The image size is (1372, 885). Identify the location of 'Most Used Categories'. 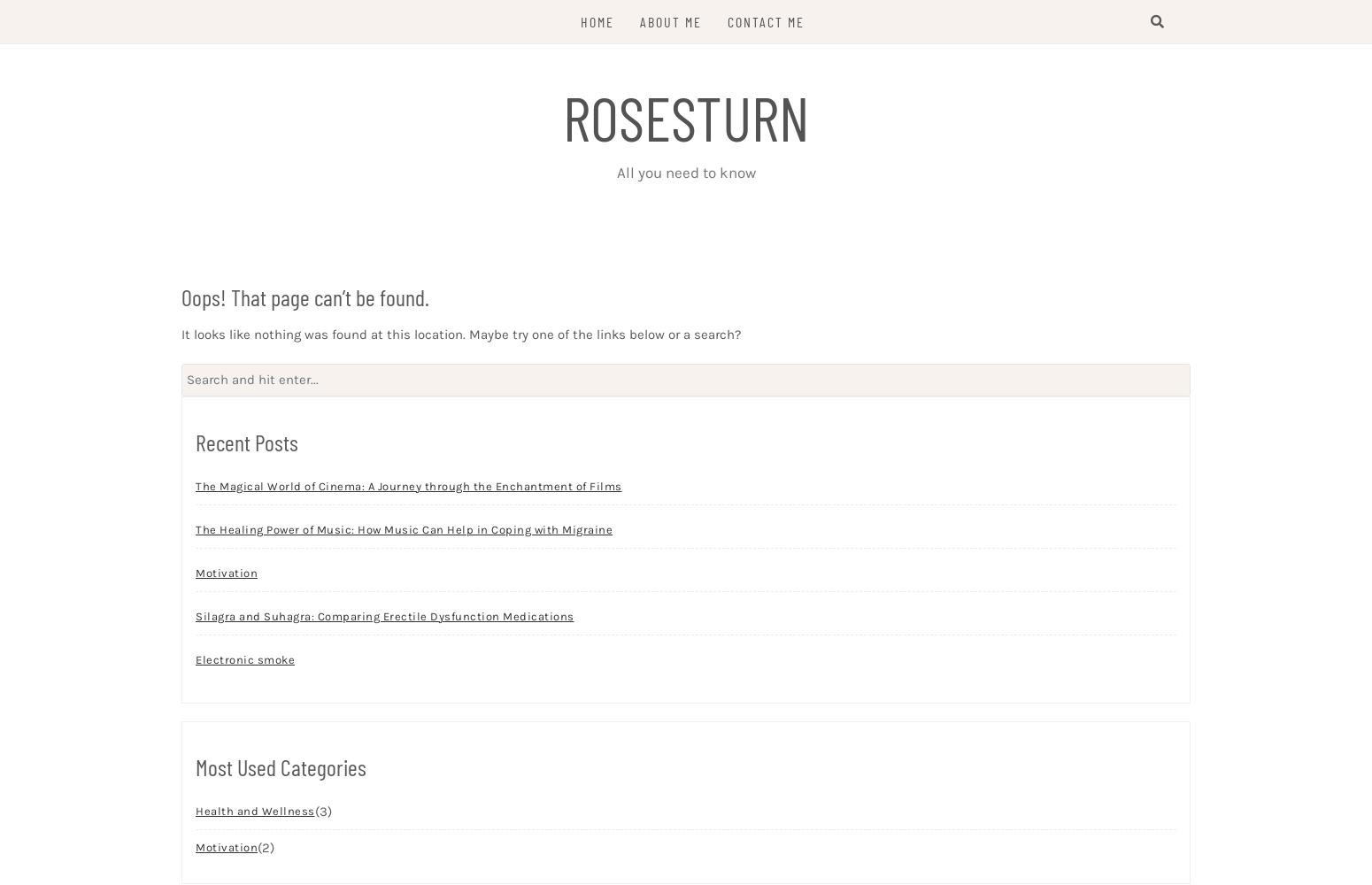
(280, 765).